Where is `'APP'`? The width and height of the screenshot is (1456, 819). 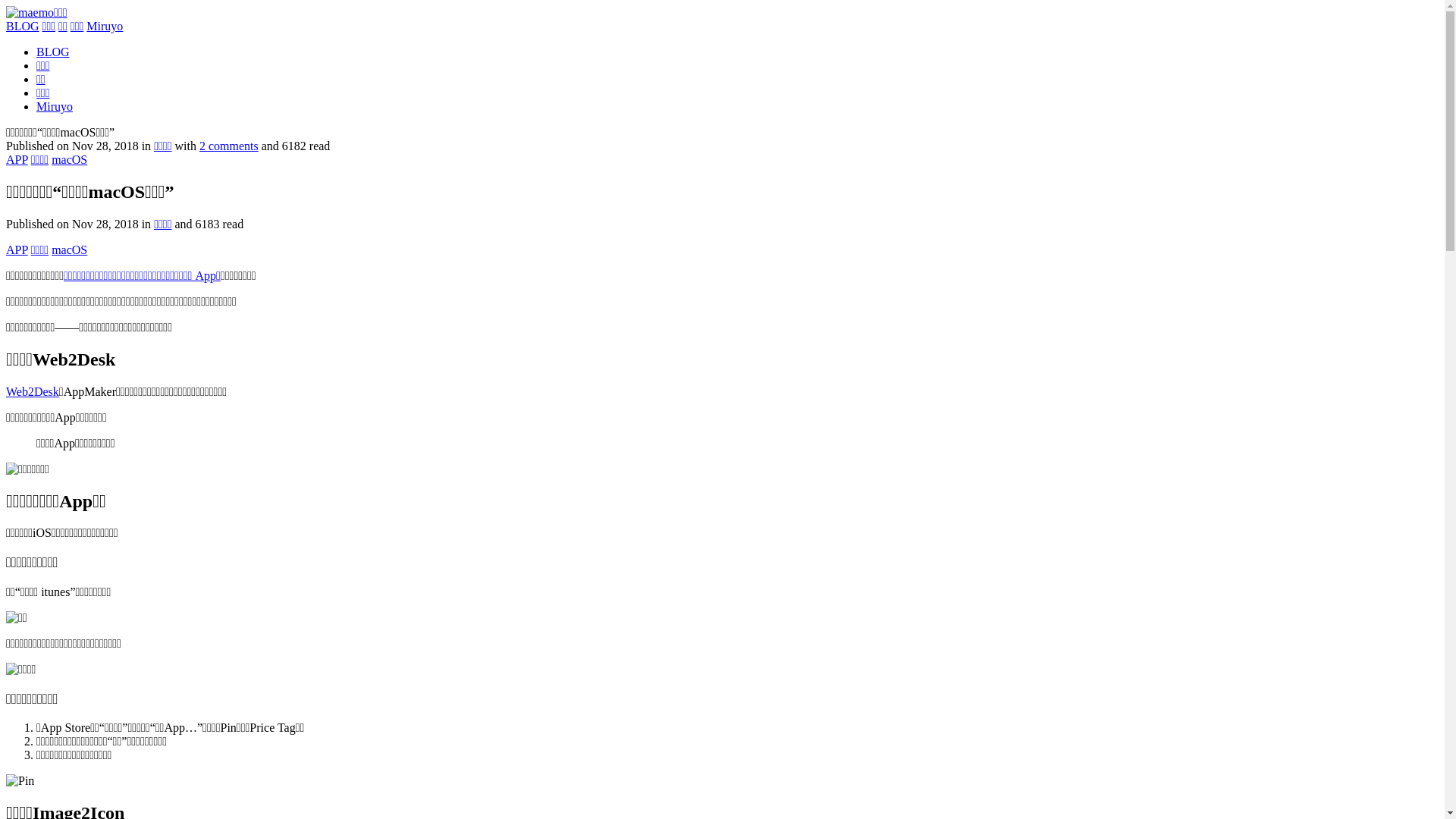 'APP' is located at coordinates (17, 159).